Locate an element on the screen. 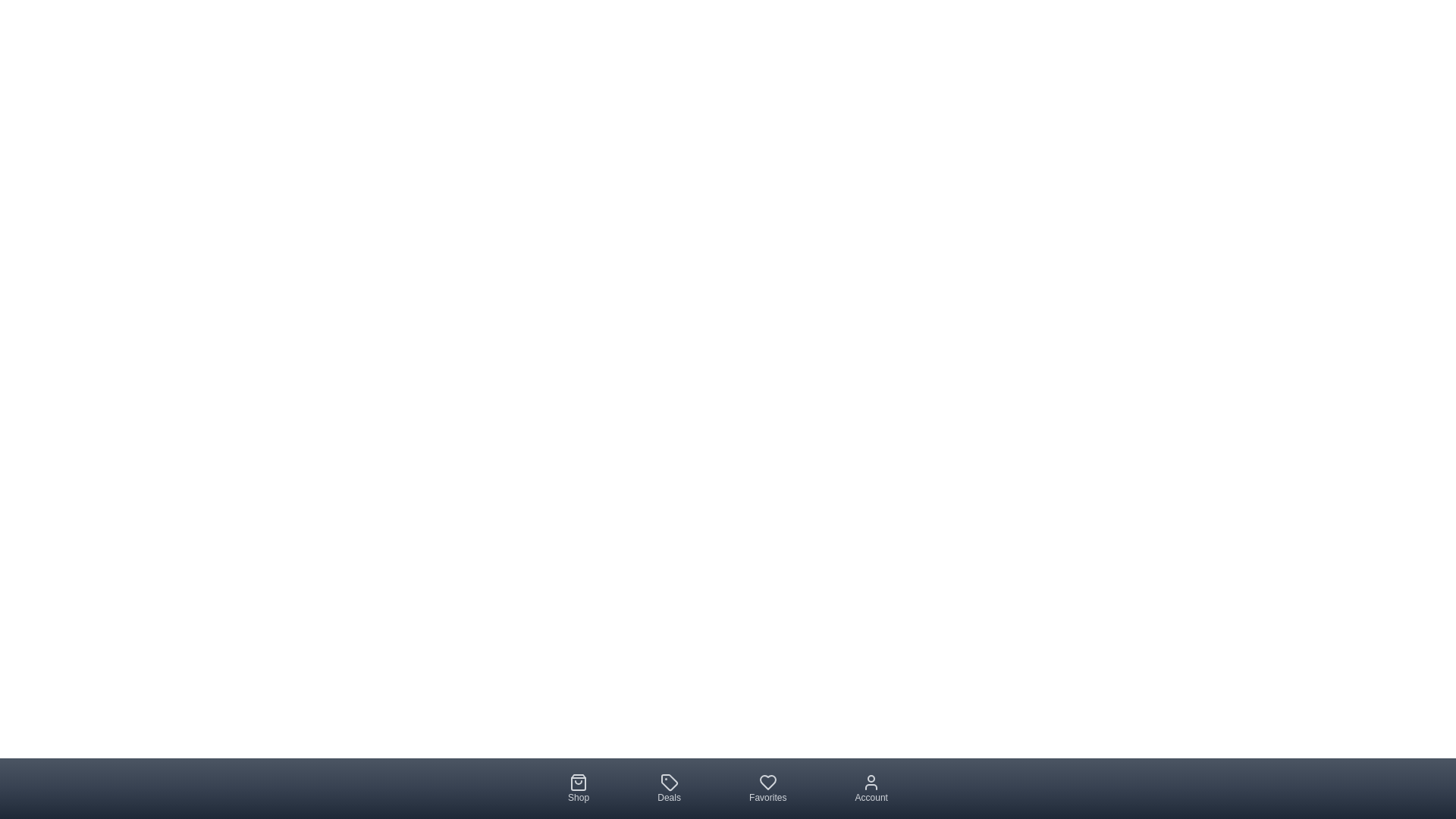  the 'Shop' tab in the bottom navigation bar is located at coordinates (578, 788).